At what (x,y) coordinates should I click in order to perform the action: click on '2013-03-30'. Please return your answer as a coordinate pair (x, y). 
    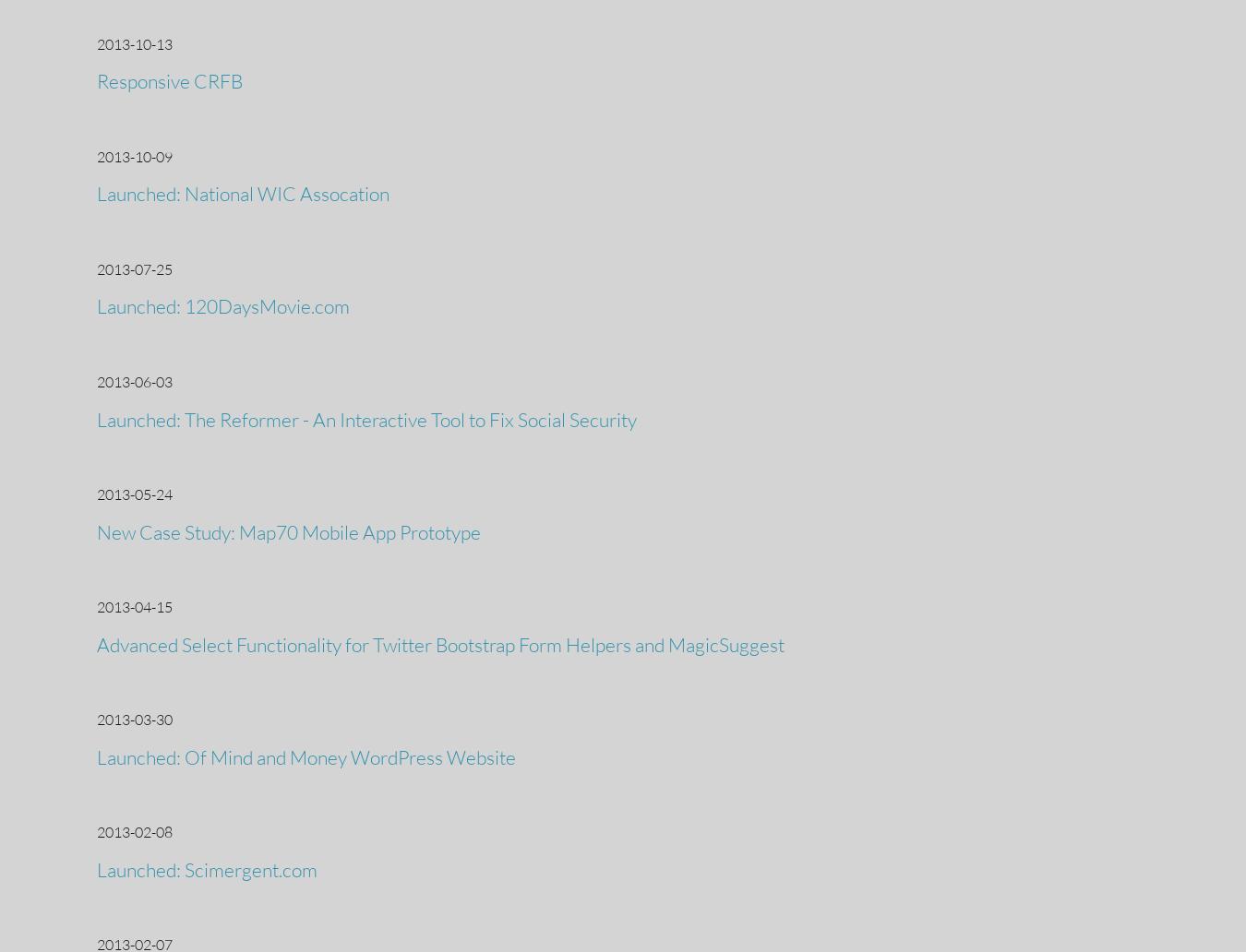
    Looking at the image, I should click on (134, 719).